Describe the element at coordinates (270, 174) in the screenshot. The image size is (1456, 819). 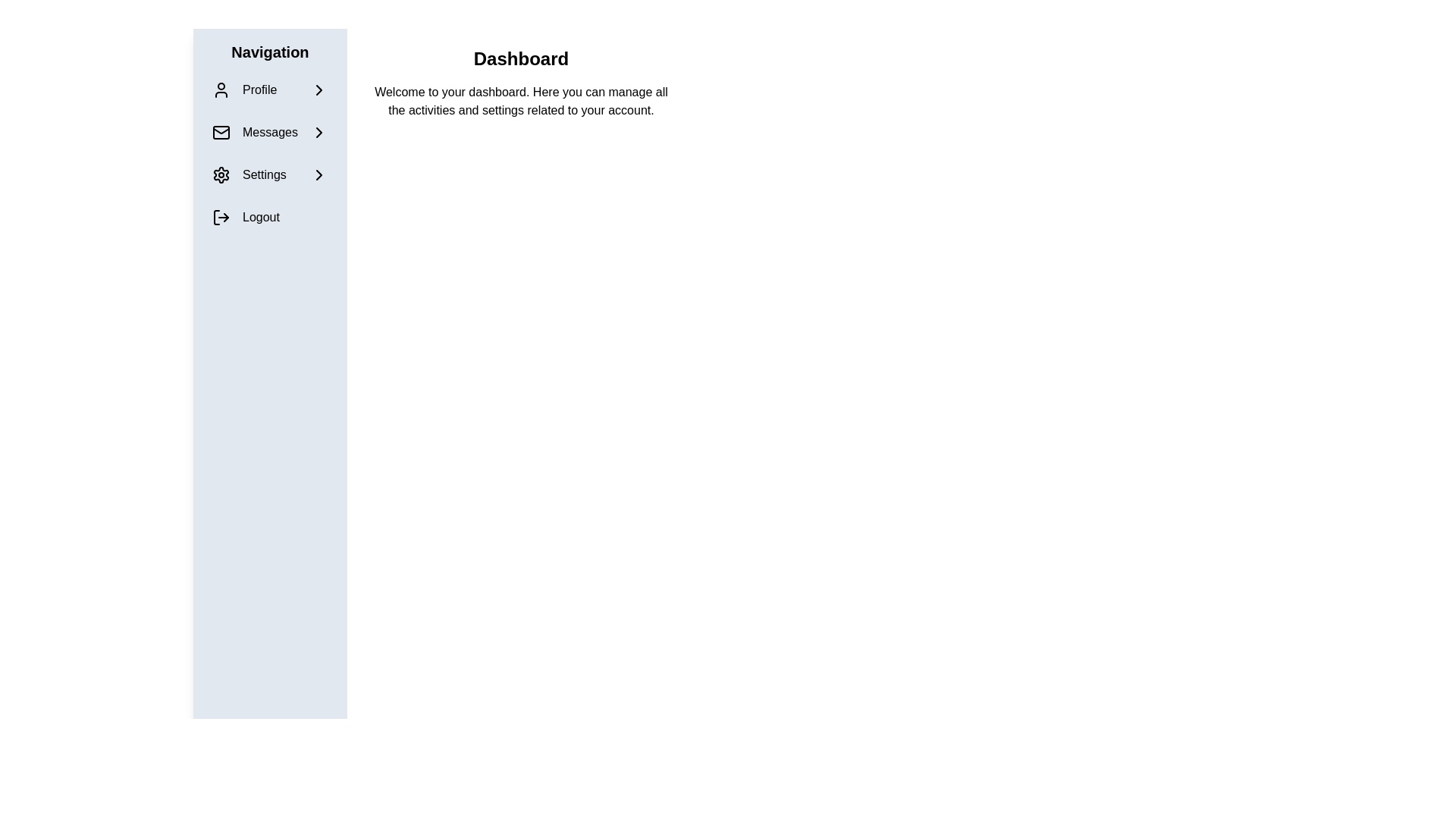
I see `the settings button, which is the third item in the vertical navigation menu` at that location.